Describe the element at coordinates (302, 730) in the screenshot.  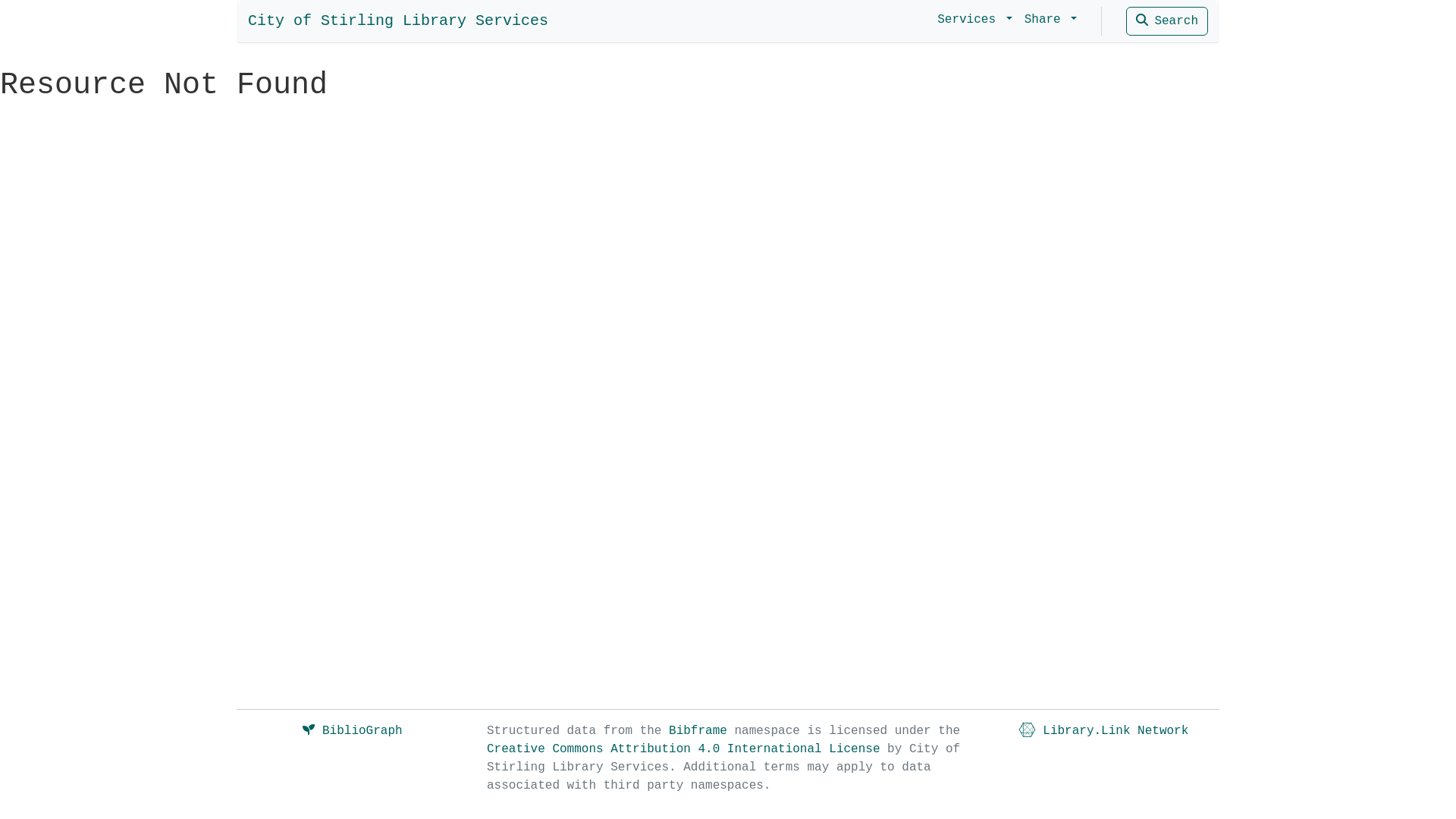
I see `'BiblioGraph'` at that location.